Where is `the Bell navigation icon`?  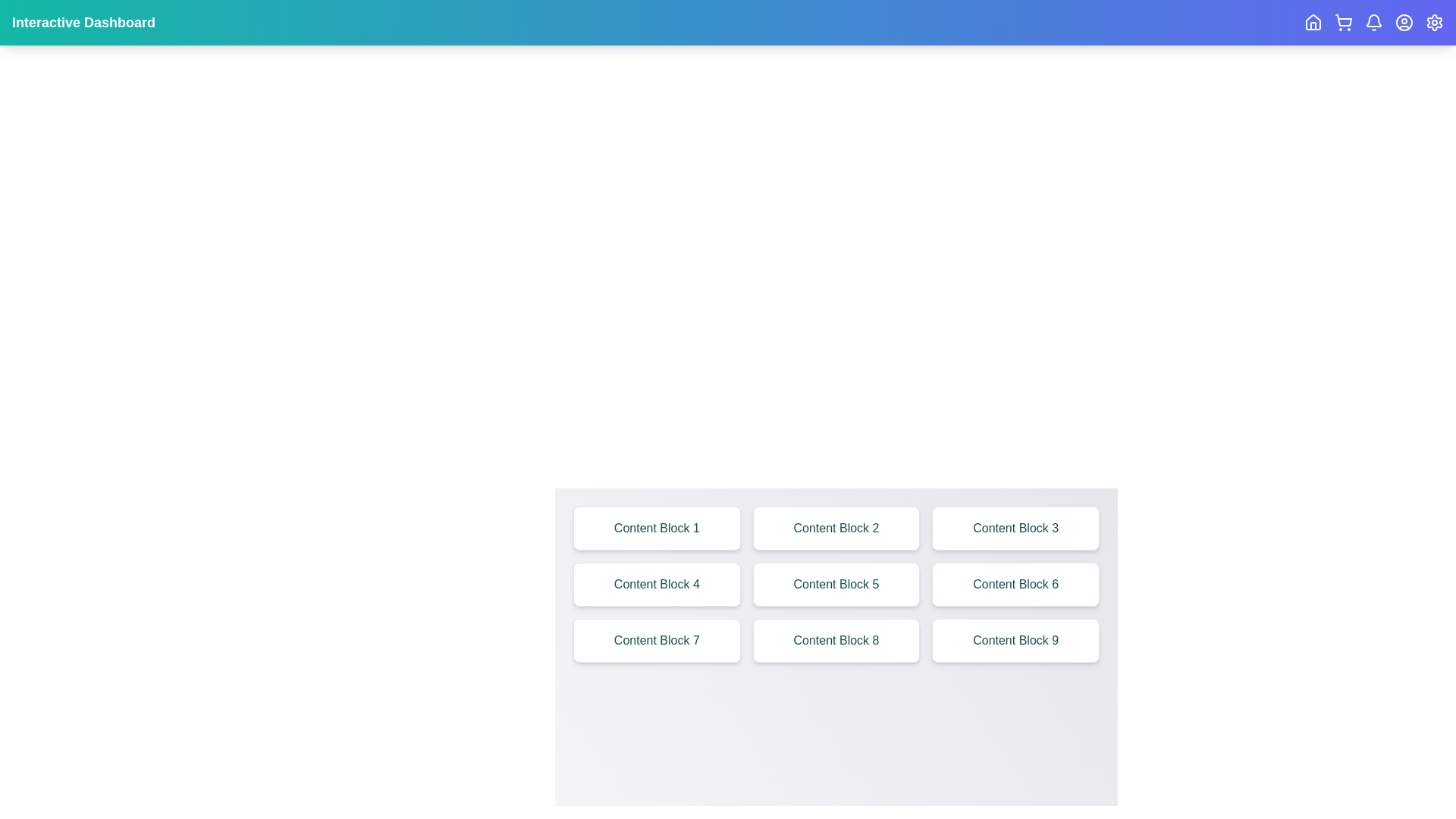 the Bell navigation icon is located at coordinates (1373, 23).